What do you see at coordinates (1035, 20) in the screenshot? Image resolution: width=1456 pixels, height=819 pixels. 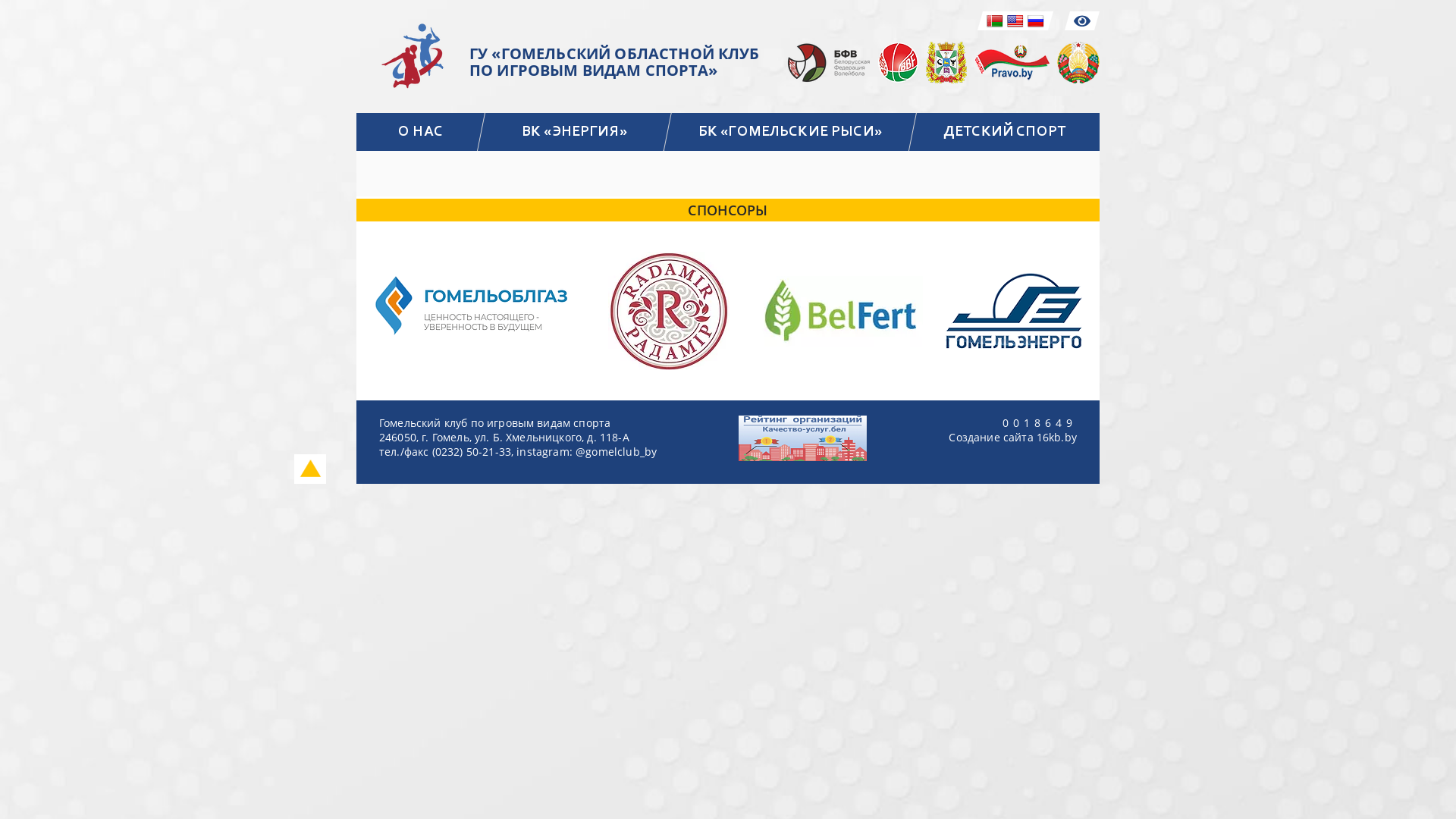 I see `'Russian'` at bounding box center [1035, 20].